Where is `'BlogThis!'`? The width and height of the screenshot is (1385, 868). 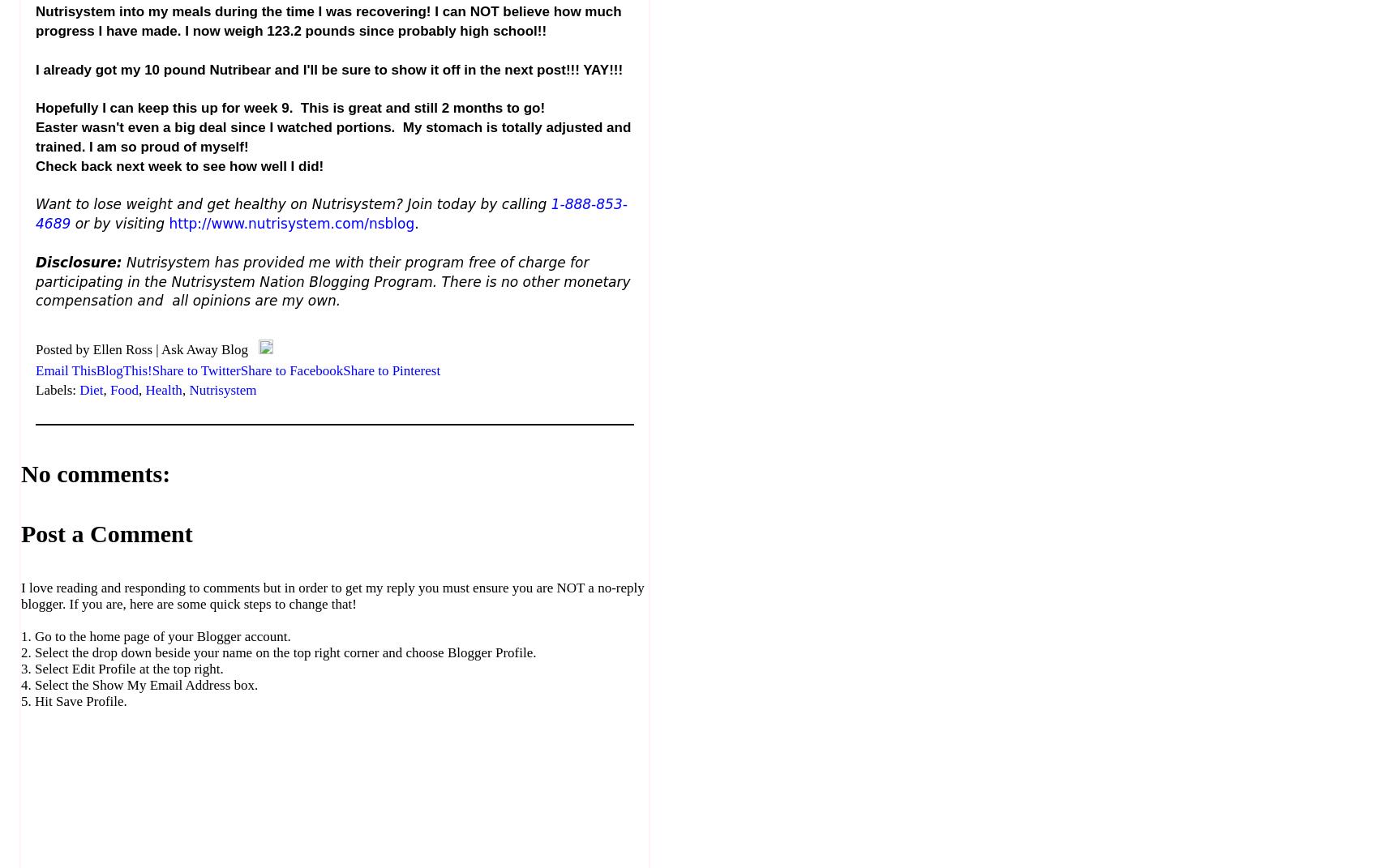 'BlogThis!' is located at coordinates (123, 370).